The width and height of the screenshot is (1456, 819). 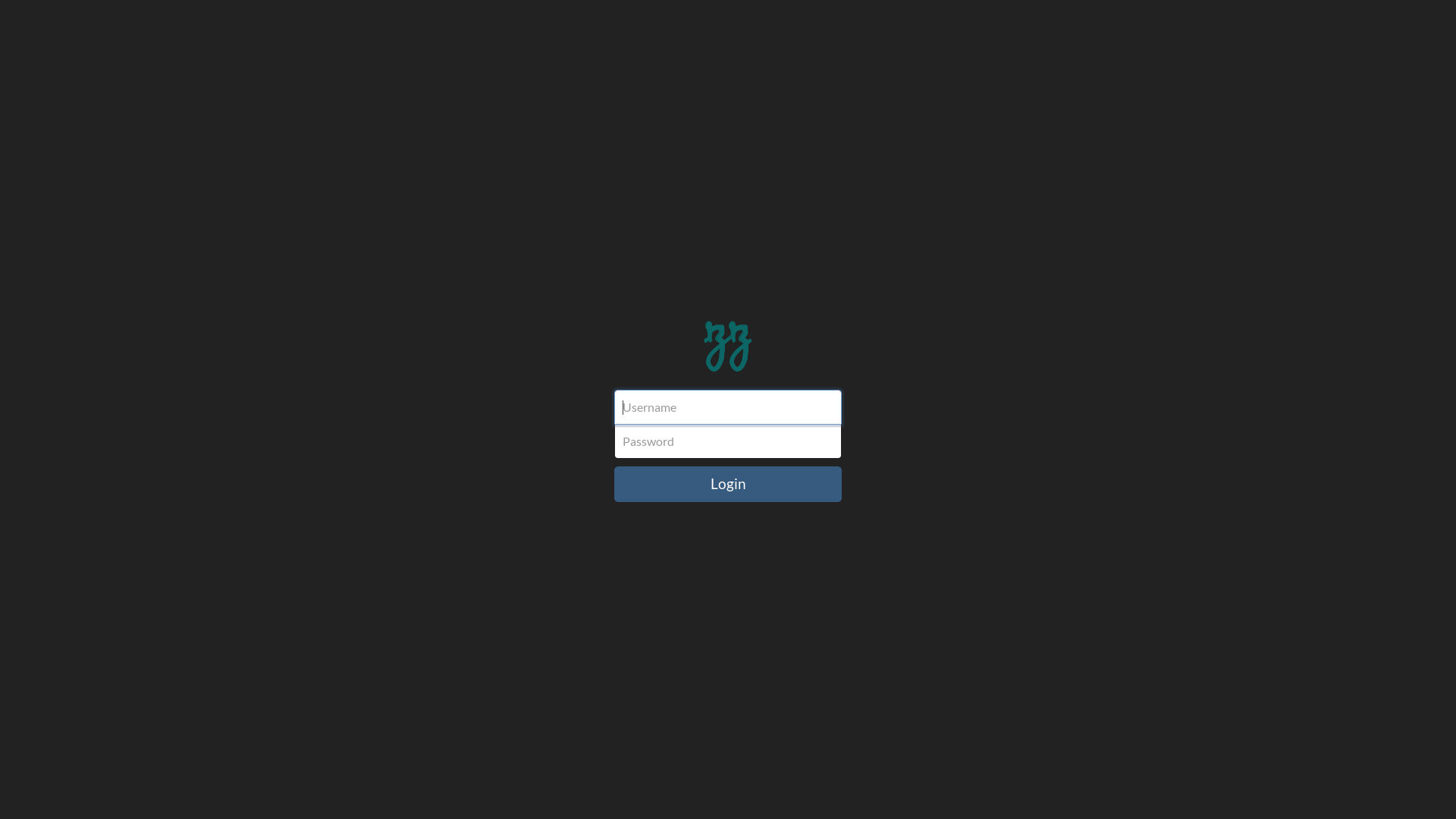 What do you see at coordinates (728, 483) in the screenshot?
I see `'Login'` at bounding box center [728, 483].